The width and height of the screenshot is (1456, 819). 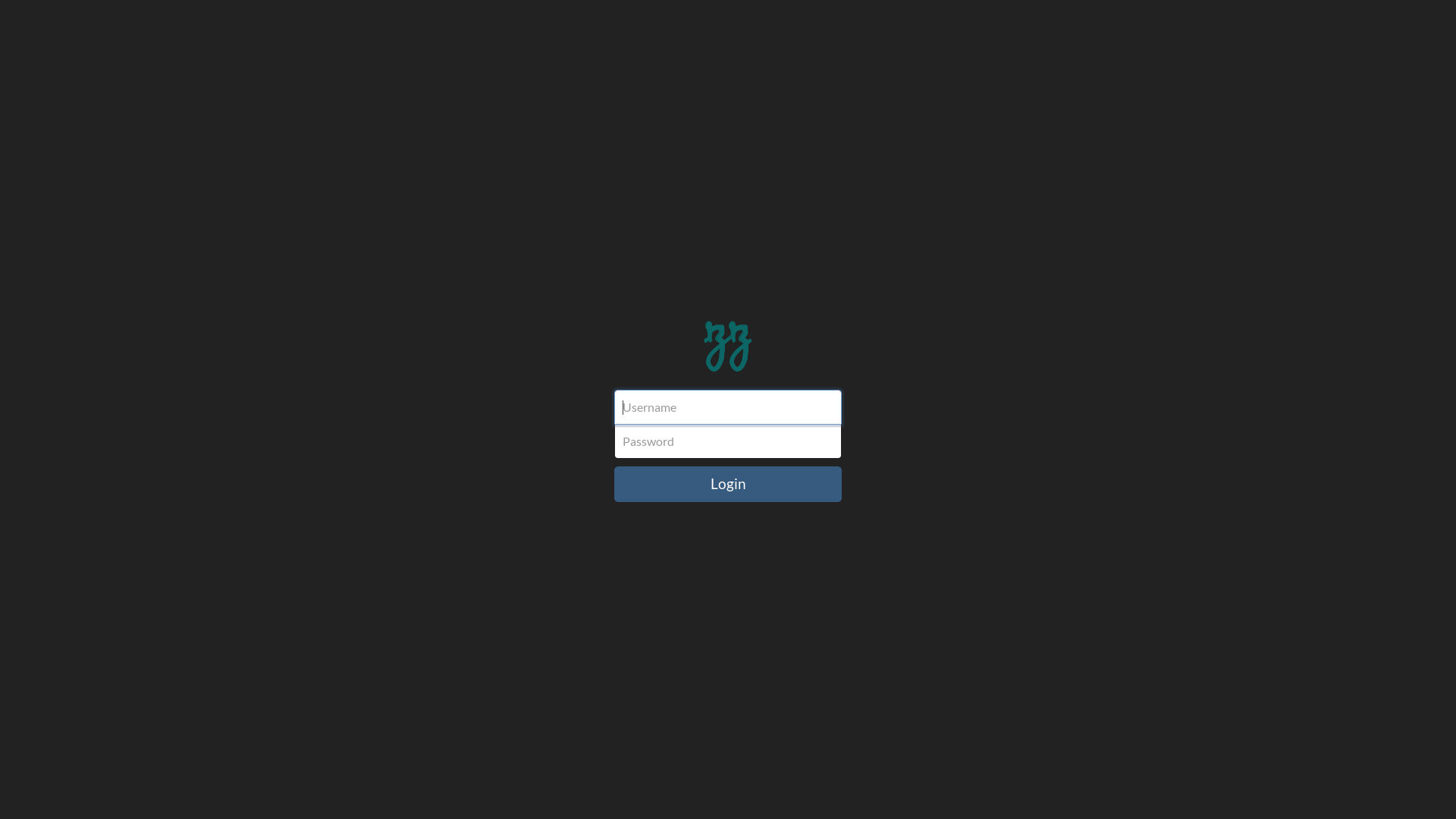 What do you see at coordinates (728, 483) in the screenshot?
I see `'Login'` at bounding box center [728, 483].